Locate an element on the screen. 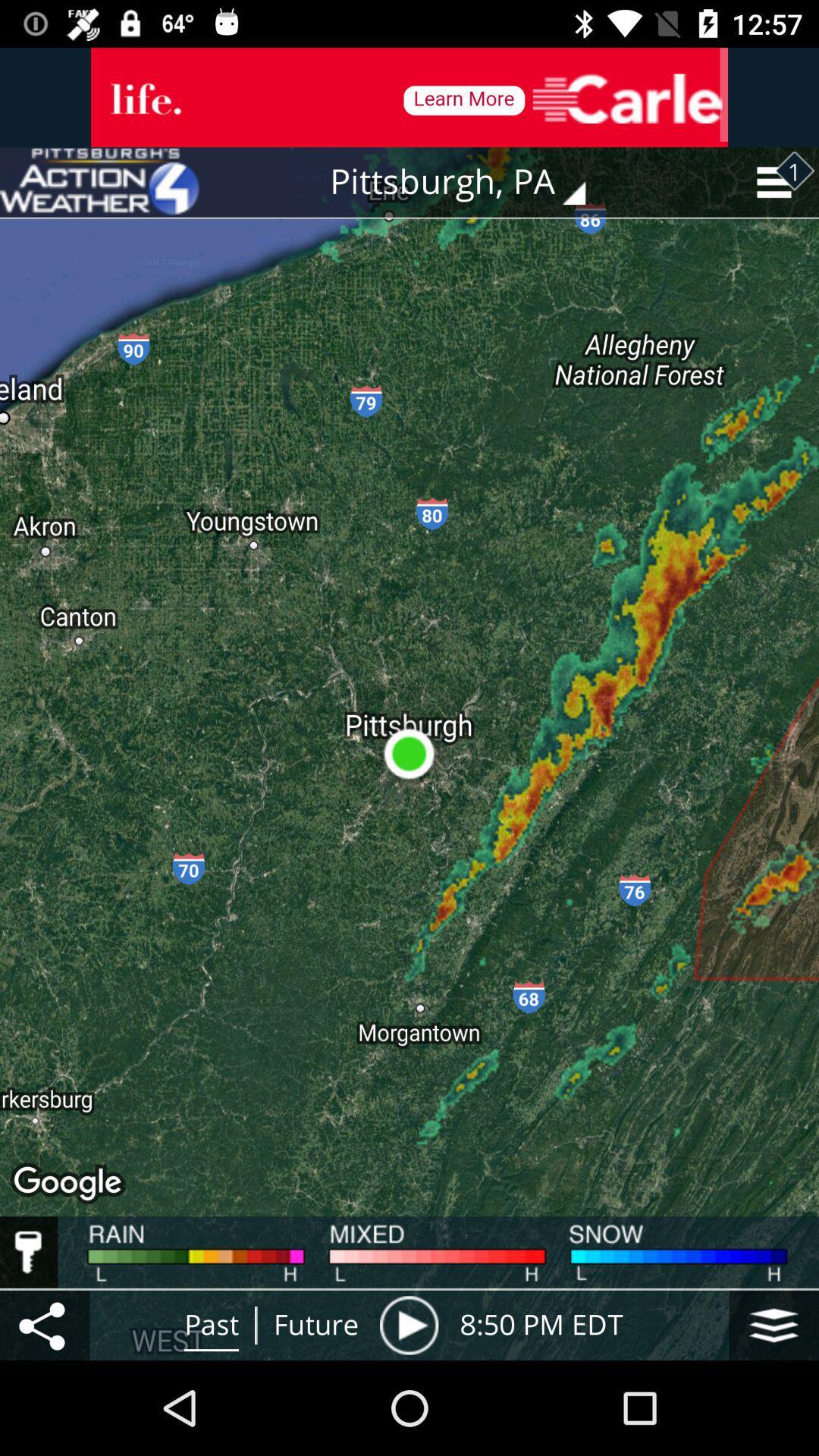 Image resolution: width=819 pixels, height=1456 pixels. icon next to pittsburgh, pa is located at coordinates (99, 182).